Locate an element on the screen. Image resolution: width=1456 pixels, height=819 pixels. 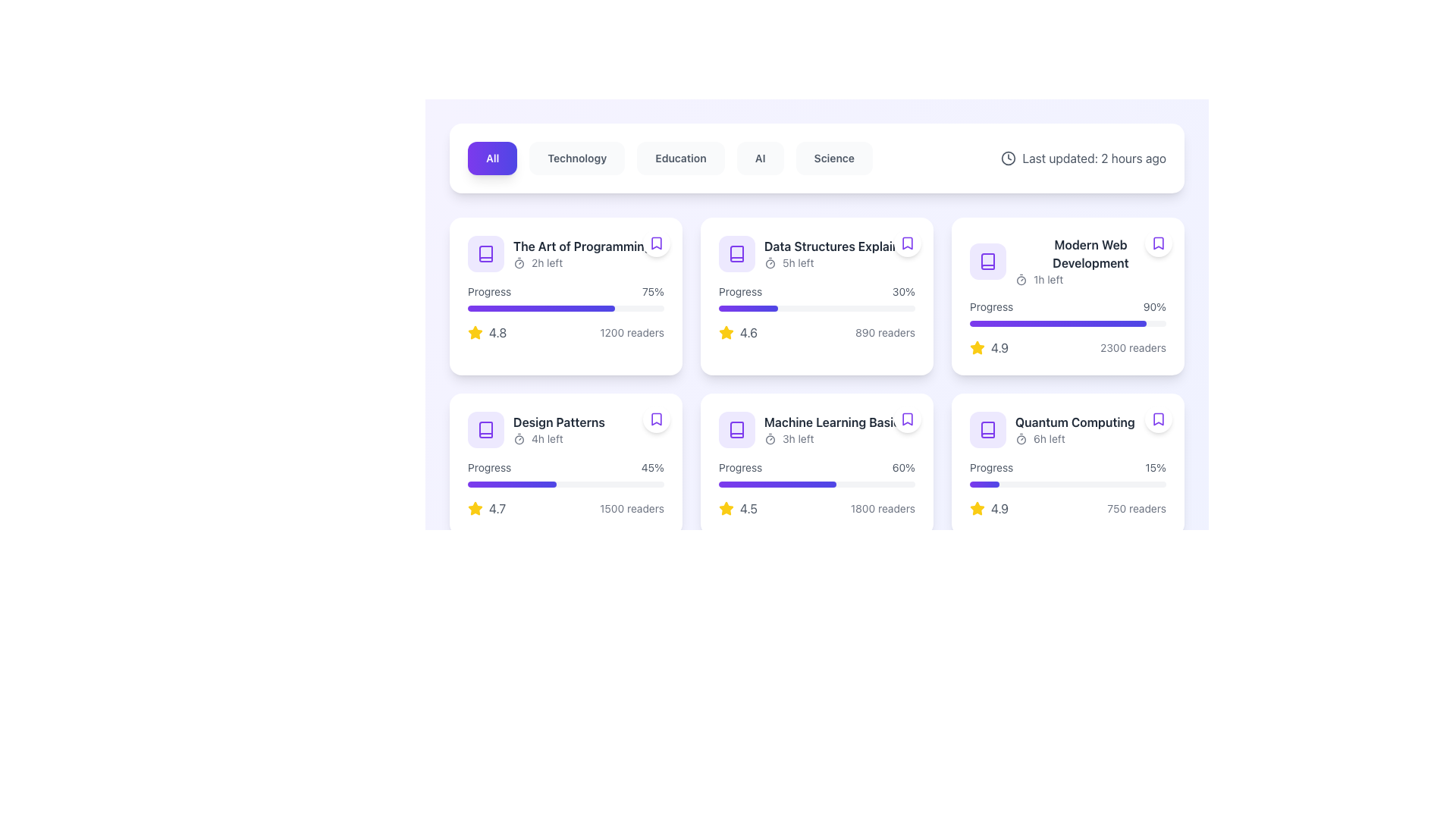
the text element displaying '5h left', which is located in the top row of the 'Data Structures Explain' card, immediately to the right of the clock icon is located at coordinates (797, 262).